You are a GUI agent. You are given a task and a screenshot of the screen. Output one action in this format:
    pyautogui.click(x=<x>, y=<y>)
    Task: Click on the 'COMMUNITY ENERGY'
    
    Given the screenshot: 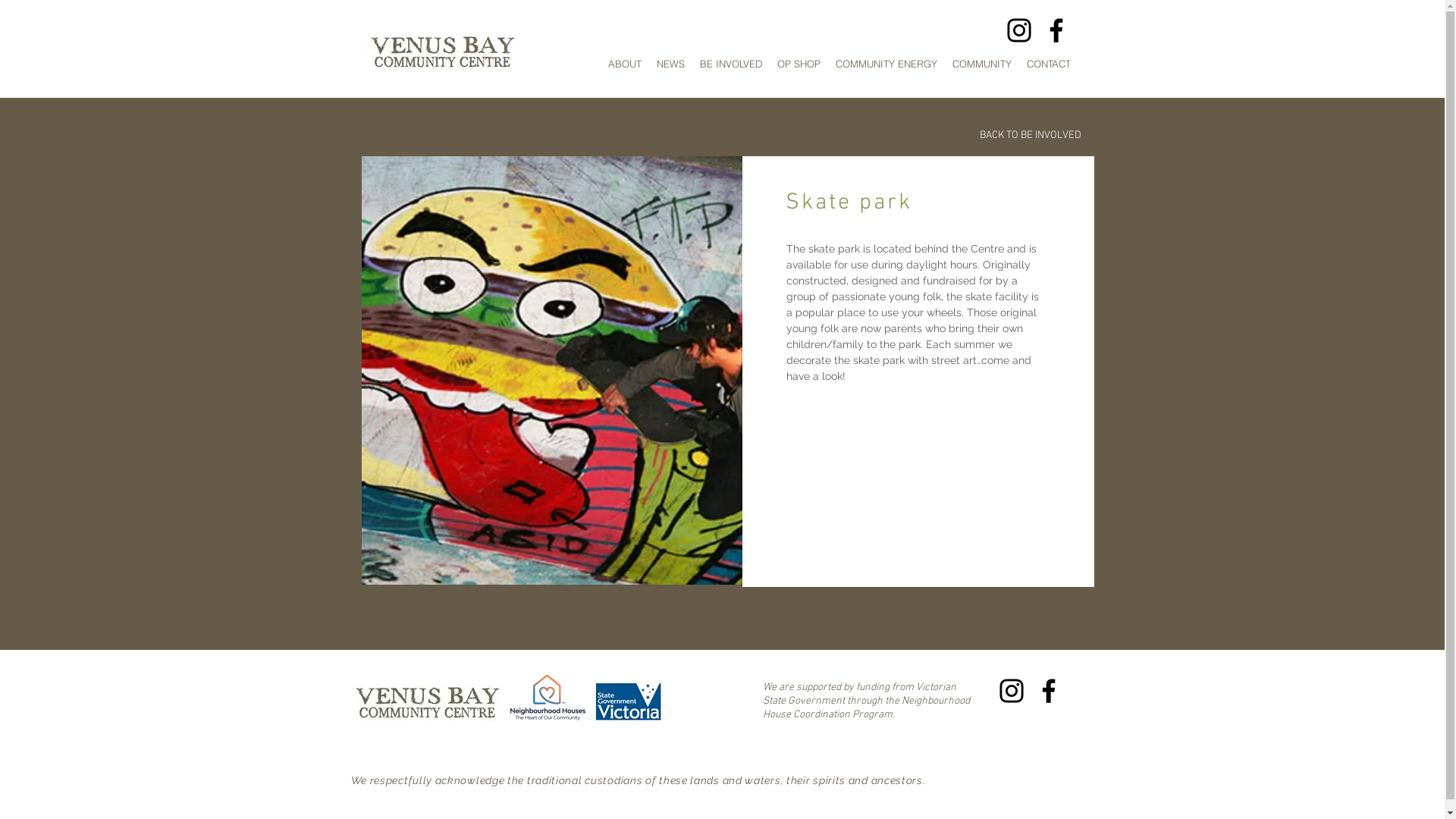 What is the action you would take?
    pyautogui.click(x=886, y=63)
    